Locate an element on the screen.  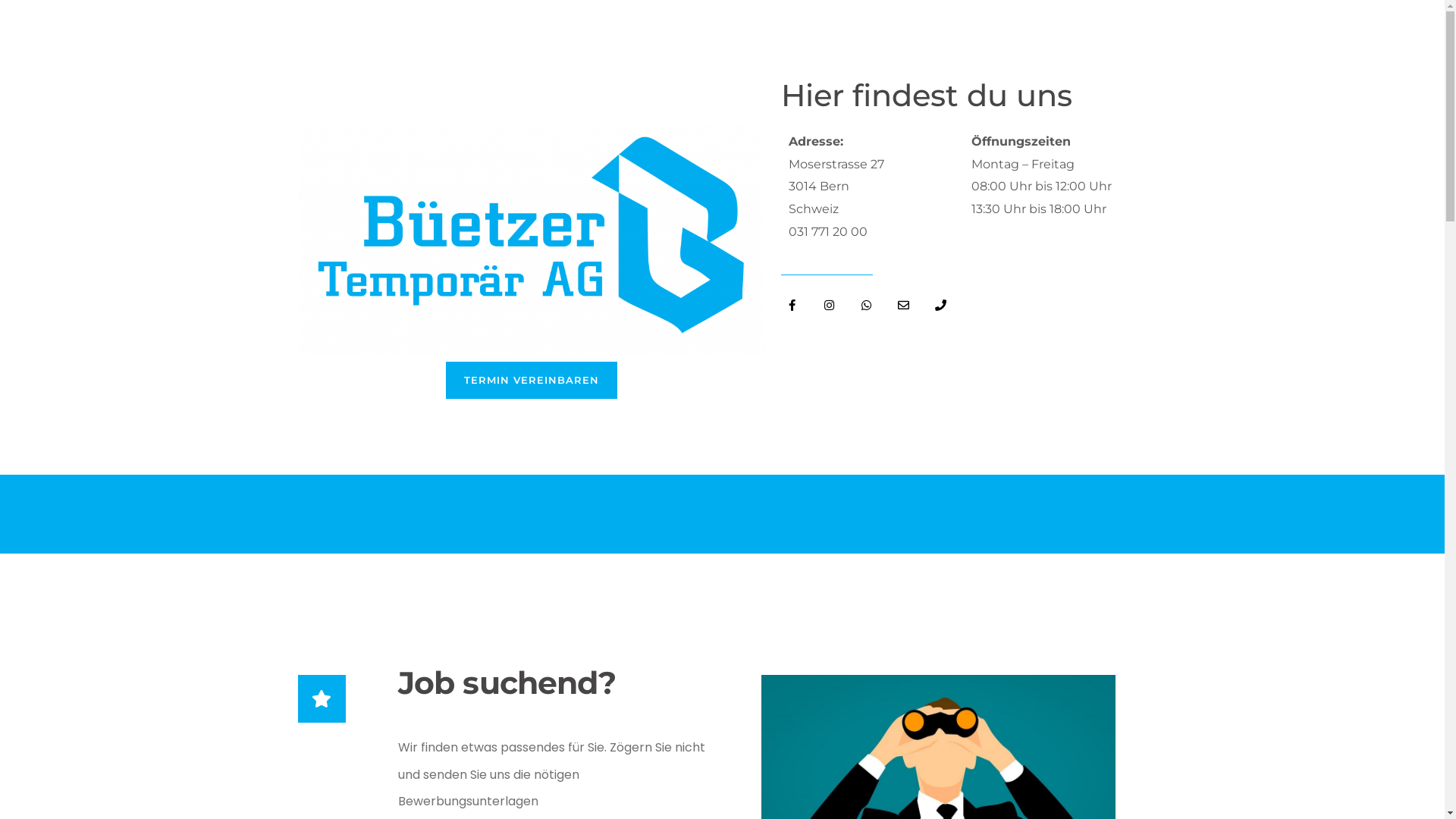
'Whatsapp' is located at coordinates (866, 305).